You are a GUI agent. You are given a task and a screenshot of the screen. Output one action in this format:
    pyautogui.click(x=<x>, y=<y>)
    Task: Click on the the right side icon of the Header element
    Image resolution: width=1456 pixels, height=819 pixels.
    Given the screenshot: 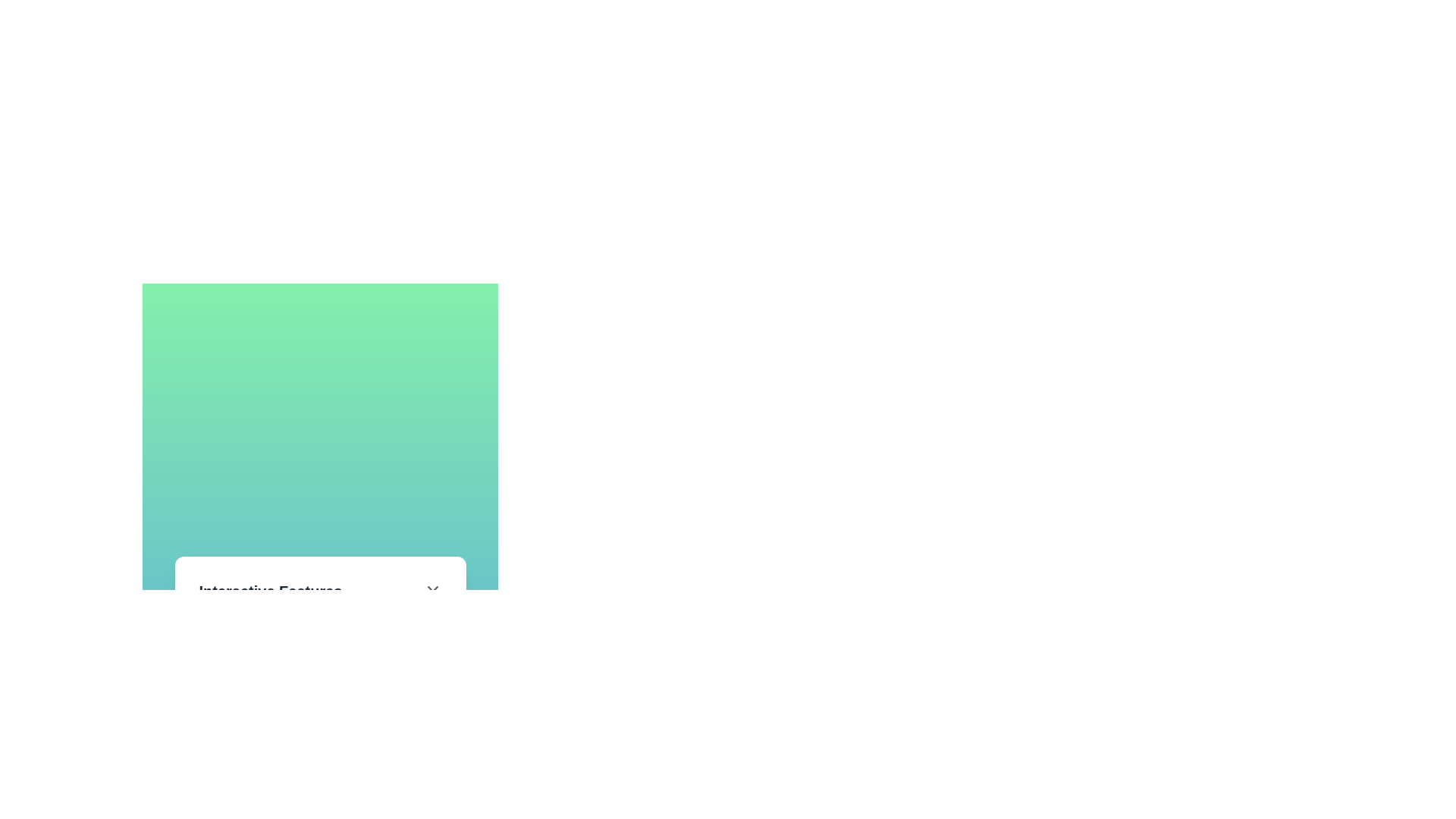 What is the action you would take?
    pyautogui.click(x=319, y=596)
    